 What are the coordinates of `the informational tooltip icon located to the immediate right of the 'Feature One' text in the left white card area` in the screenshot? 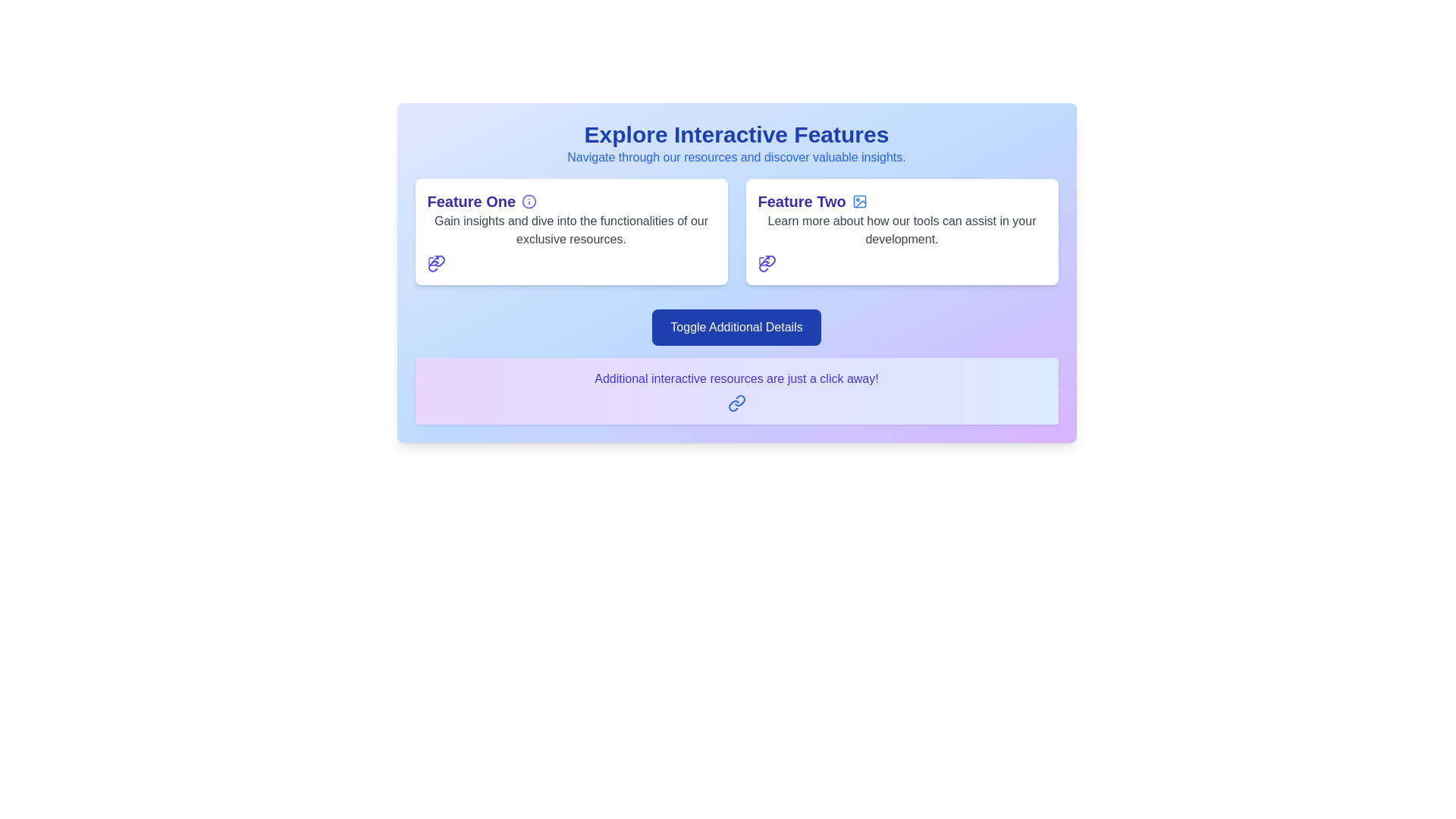 It's located at (529, 201).